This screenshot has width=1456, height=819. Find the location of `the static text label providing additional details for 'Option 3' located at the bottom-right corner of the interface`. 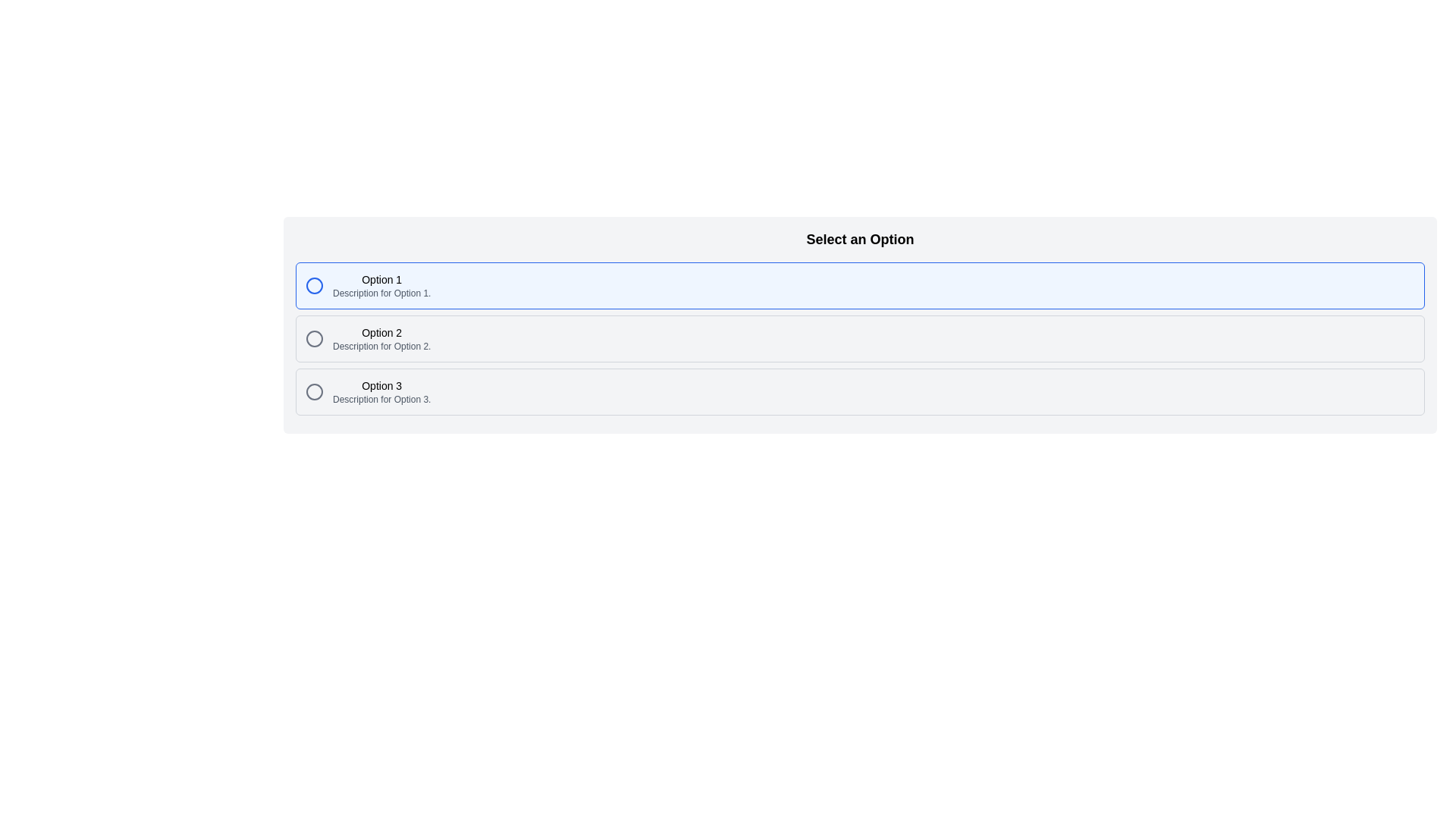

the static text label providing additional details for 'Option 3' located at the bottom-right corner of the interface is located at coordinates (381, 399).